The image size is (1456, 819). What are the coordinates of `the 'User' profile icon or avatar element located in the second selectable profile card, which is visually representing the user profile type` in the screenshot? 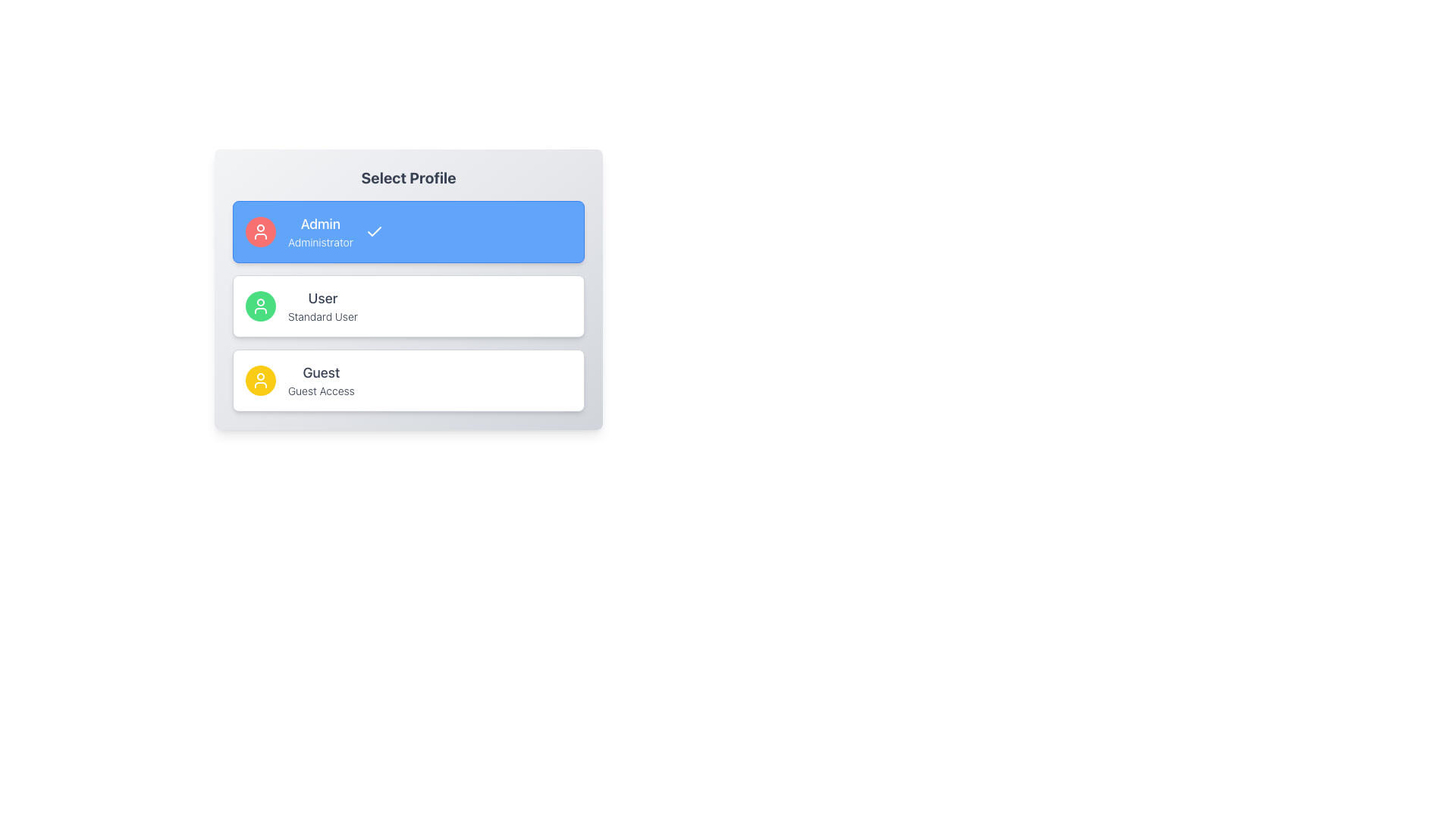 It's located at (261, 306).